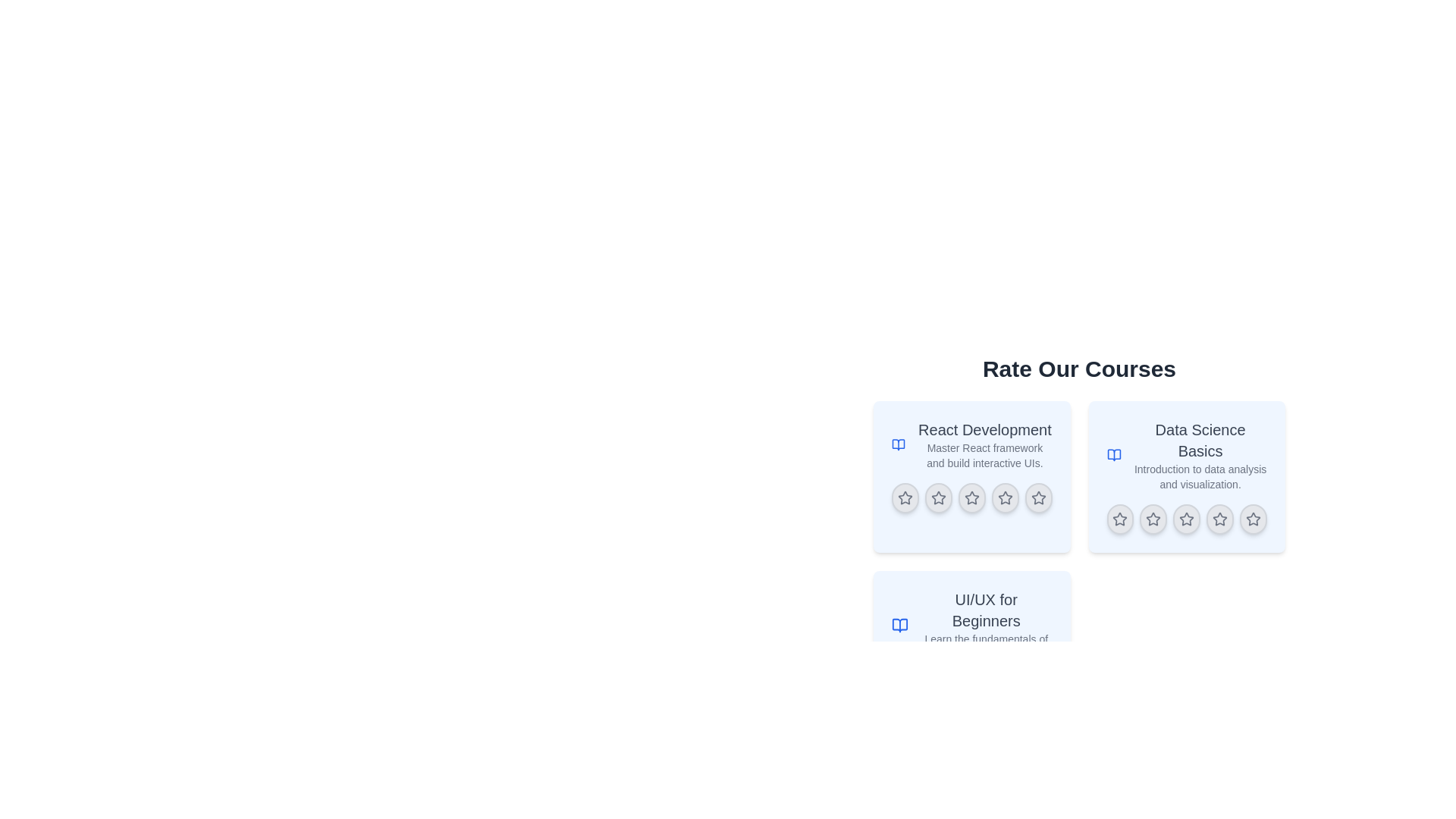 This screenshot has height=819, width=1456. What do you see at coordinates (1200, 455) in the screenshot?
I see `the text content element containing 'Data Science Basics' and 'Introduction to data analysis and visualization' located in the center-right section of the layout, within the second card of the 'Rate Our Courses' set` at bounding box center [1200, 455].